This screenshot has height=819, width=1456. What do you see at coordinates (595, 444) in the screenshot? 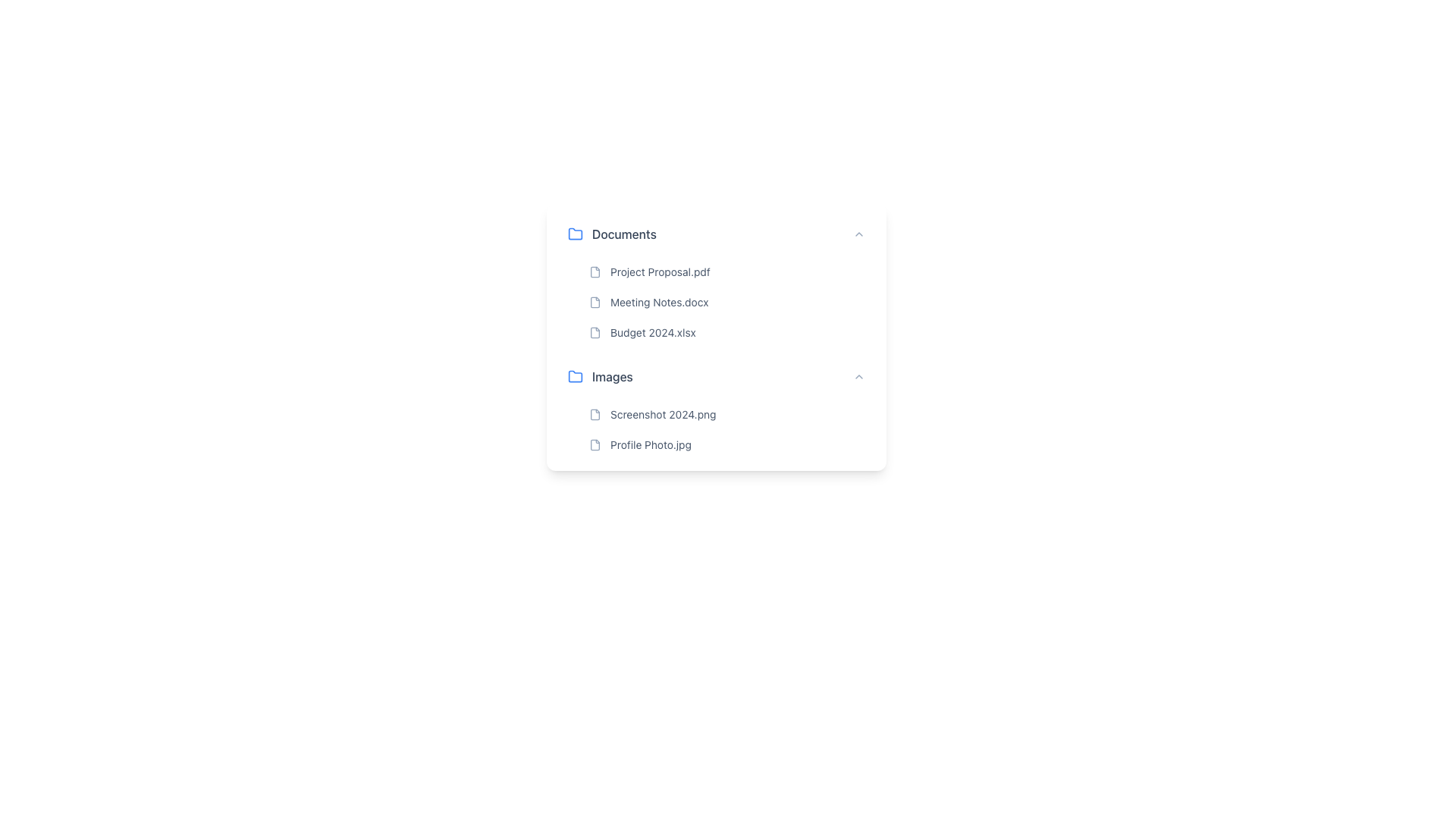
I see `the Icon (File representation) located to the left of 'Profile Photo.jpg' in the 'Images' section` at bounding box center [595, 444].